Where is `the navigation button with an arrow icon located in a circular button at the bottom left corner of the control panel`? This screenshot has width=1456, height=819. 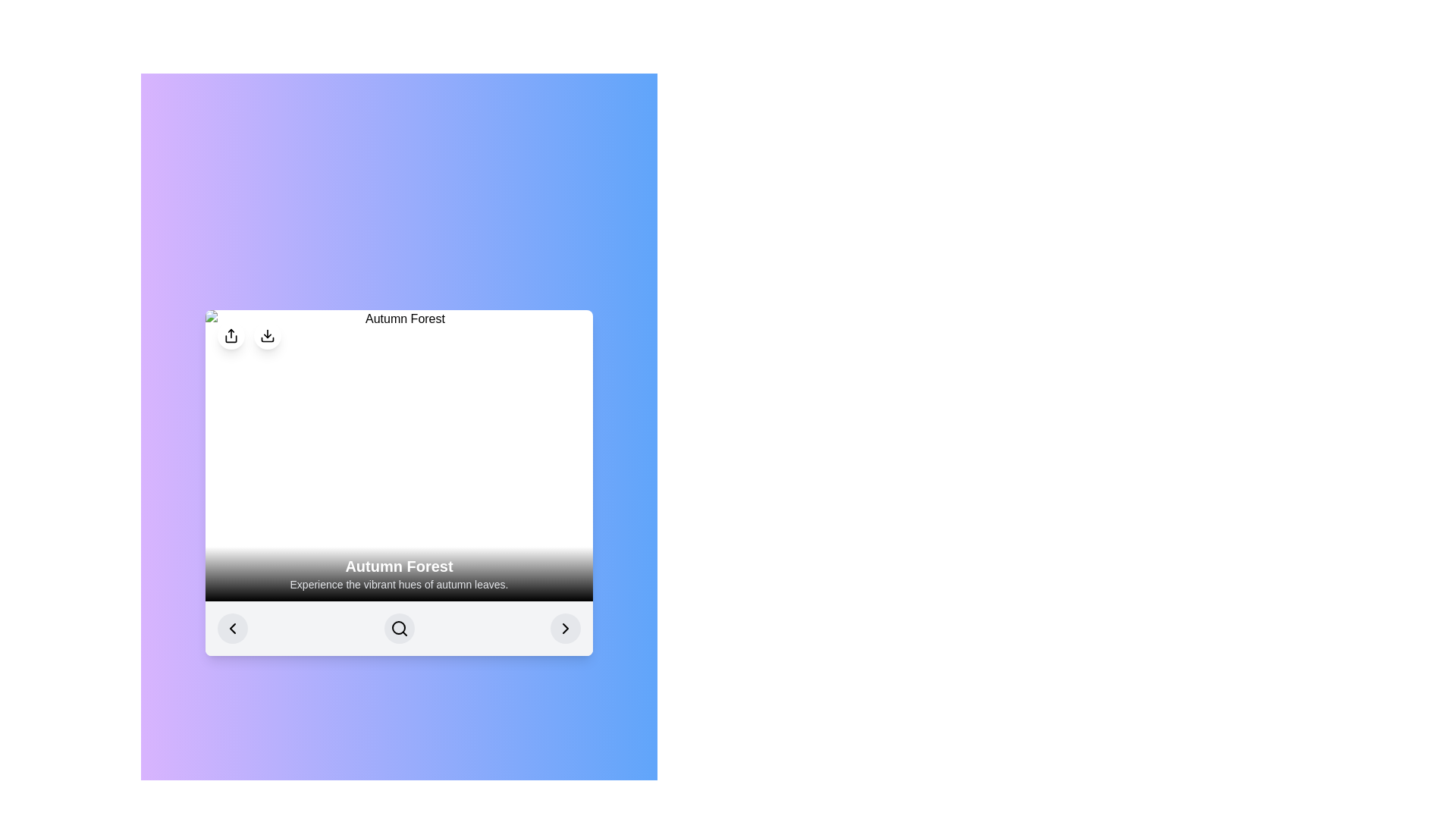 the navigation button with an arrow icon located in a circular button at the bottom left corner of the control panel is located at coordinates (232, 629).